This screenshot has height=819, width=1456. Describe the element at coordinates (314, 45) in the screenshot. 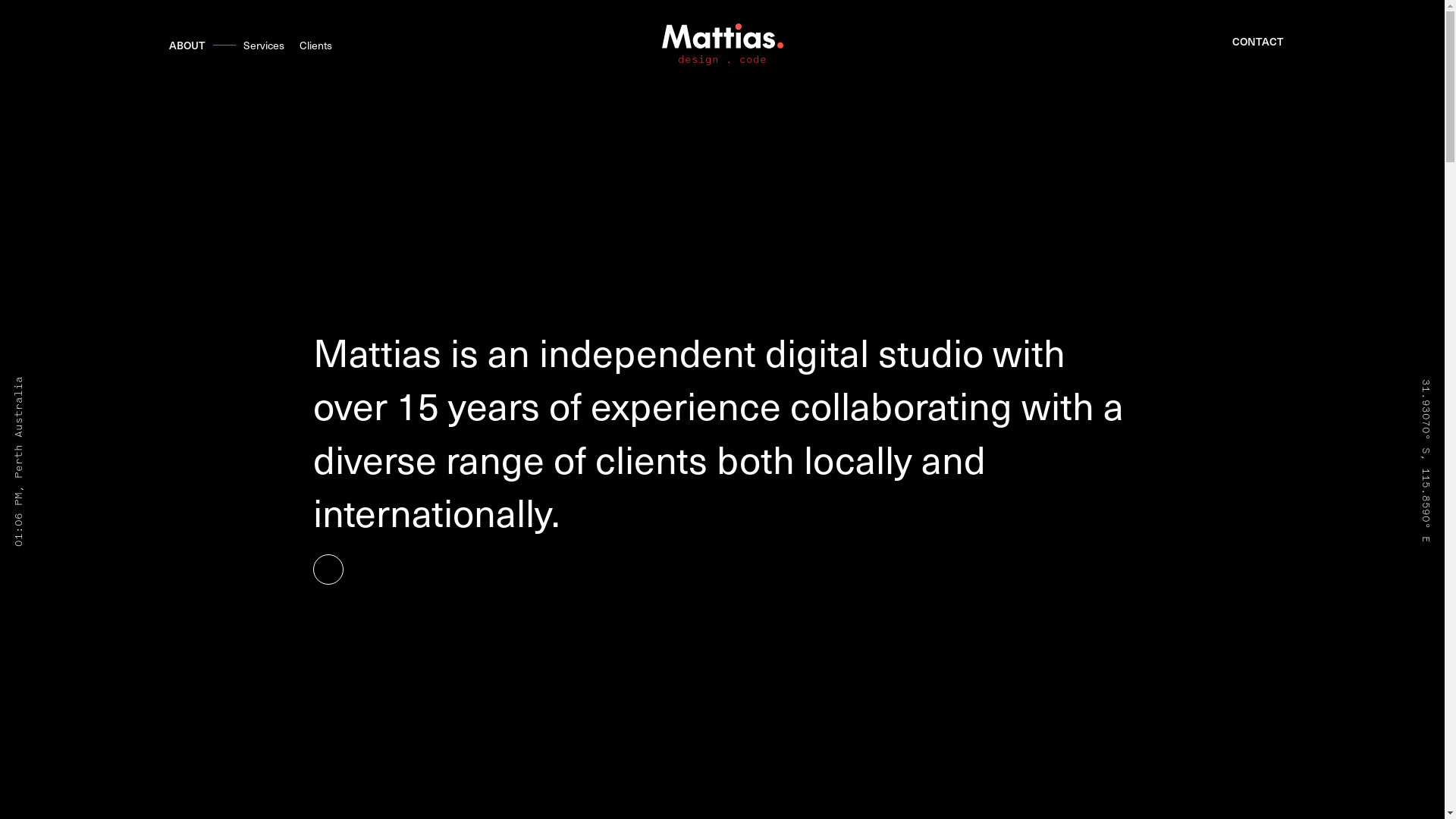

I see `'Clients'` at that location.